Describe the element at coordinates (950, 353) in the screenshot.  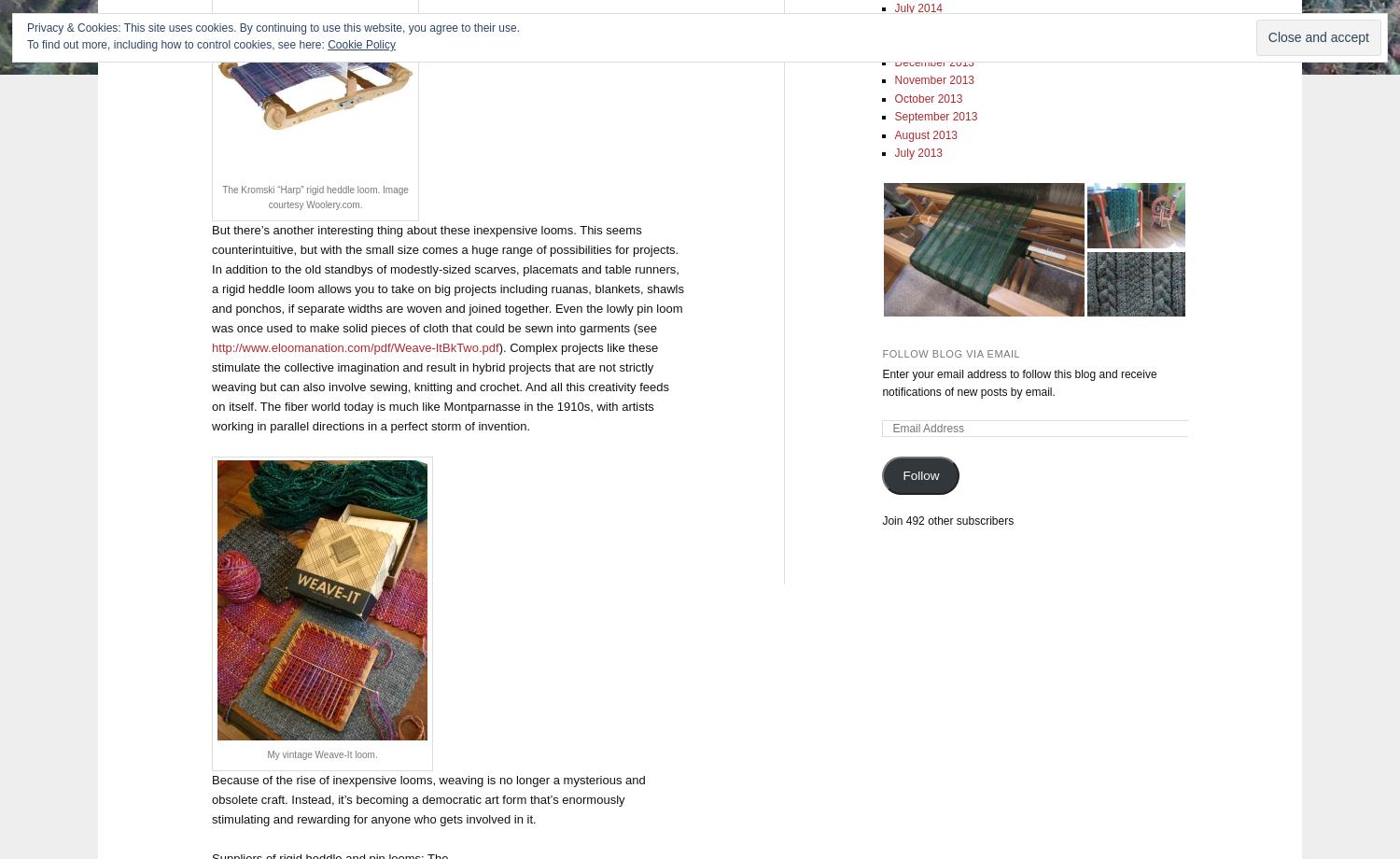
I see `'Follow Blog via Email'` at that location.